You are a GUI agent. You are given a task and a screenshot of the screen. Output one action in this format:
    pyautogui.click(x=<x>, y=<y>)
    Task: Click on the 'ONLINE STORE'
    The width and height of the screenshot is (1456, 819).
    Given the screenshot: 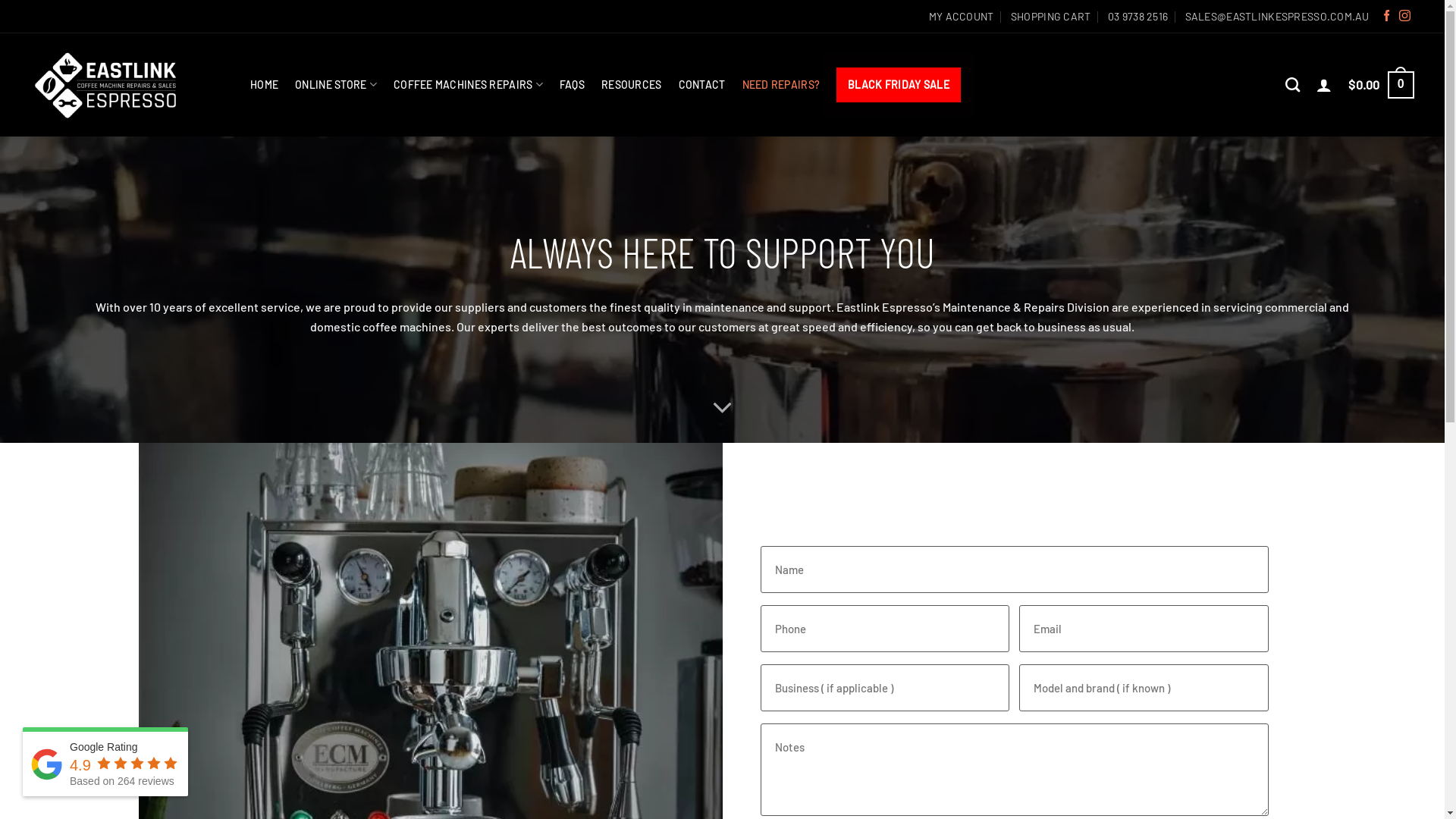 What is the action you would take?
    pyautogui.click(x=334, y=84)
    